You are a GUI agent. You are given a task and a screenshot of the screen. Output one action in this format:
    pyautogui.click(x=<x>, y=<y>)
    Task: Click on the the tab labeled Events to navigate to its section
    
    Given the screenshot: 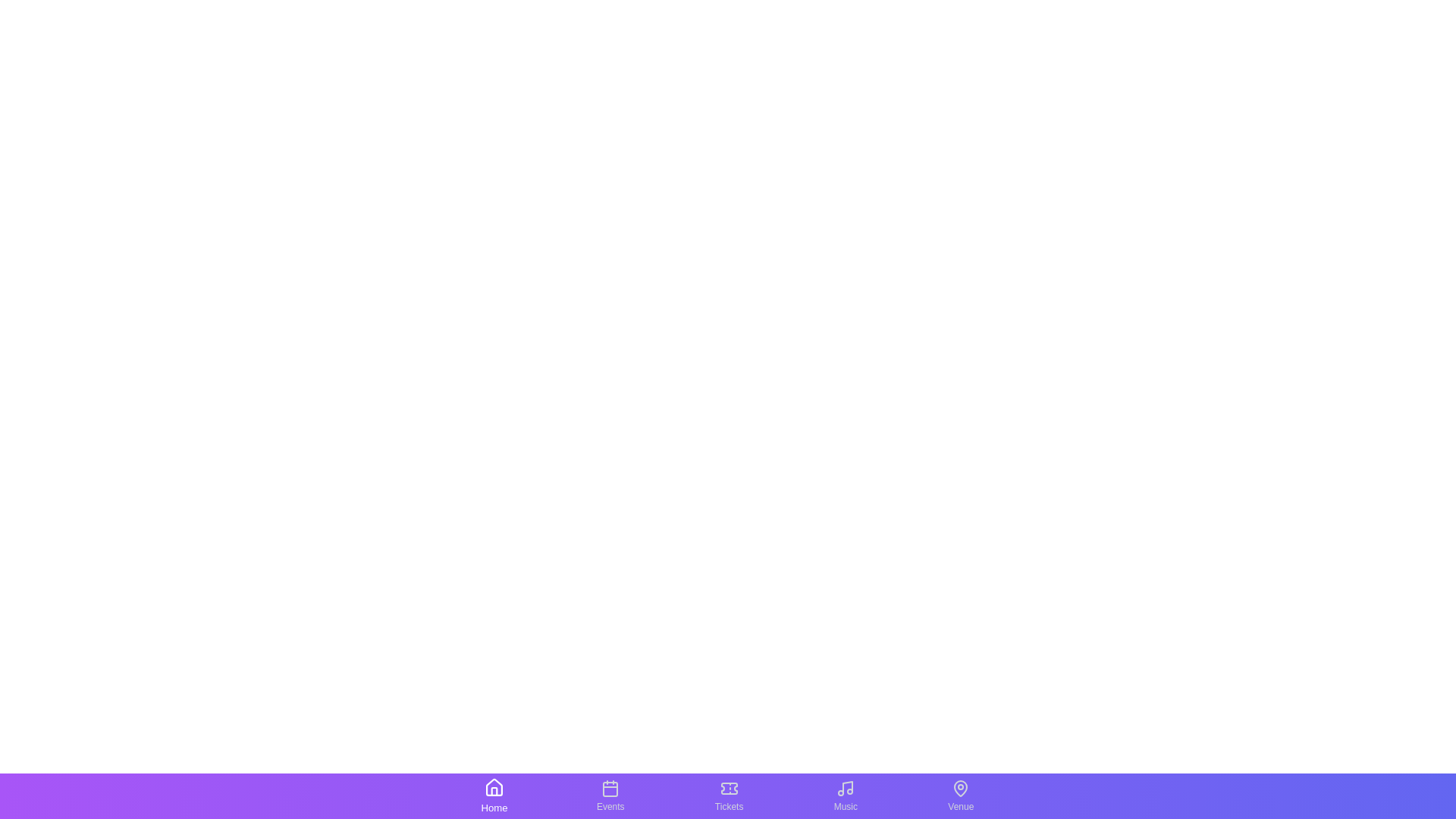 What is the action you would take?
    pyautogui.click(x=610, y=795)
    